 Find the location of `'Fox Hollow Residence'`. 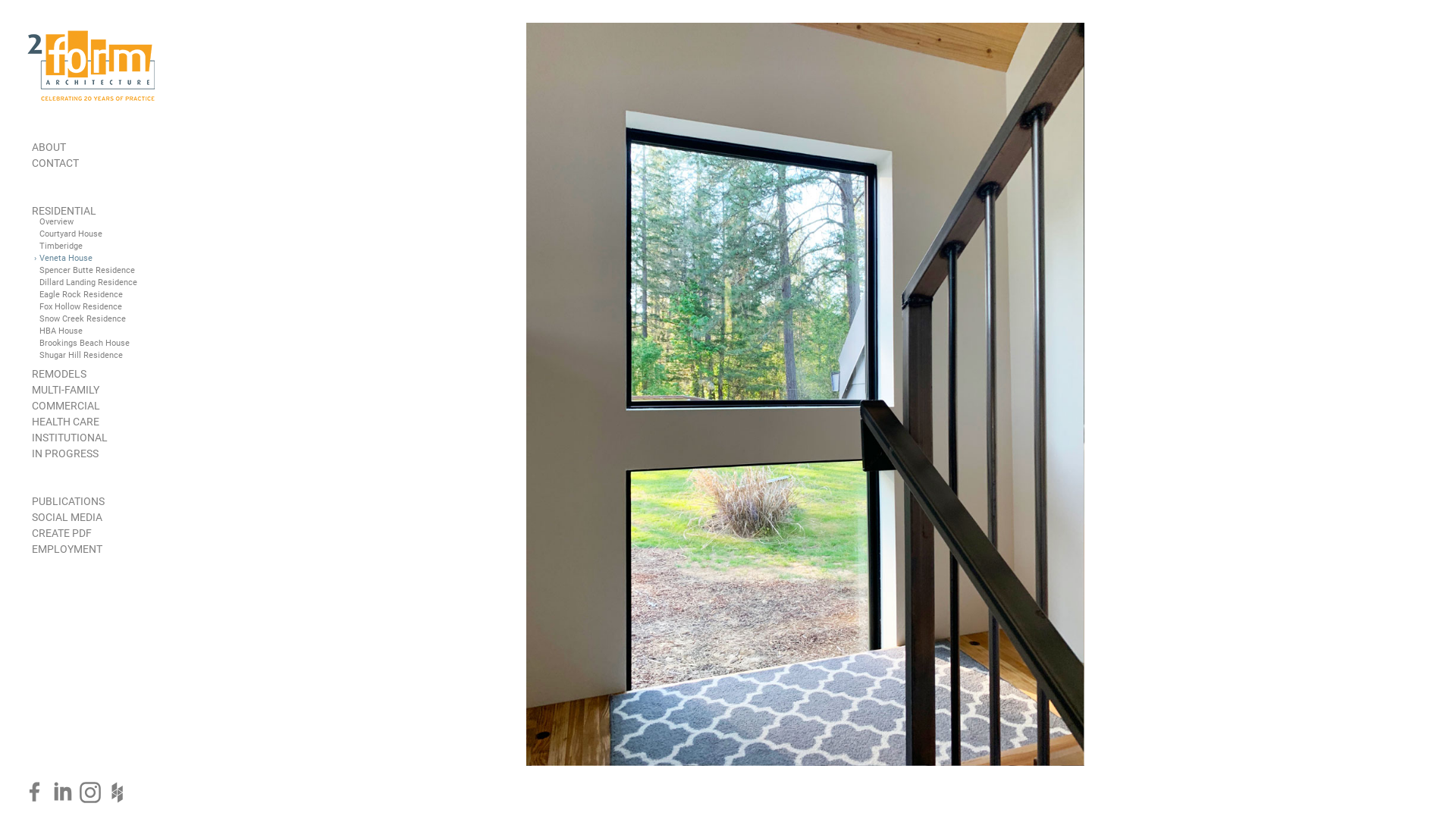

'Fox Hollow Residence' is located at coordinates (80, 306).